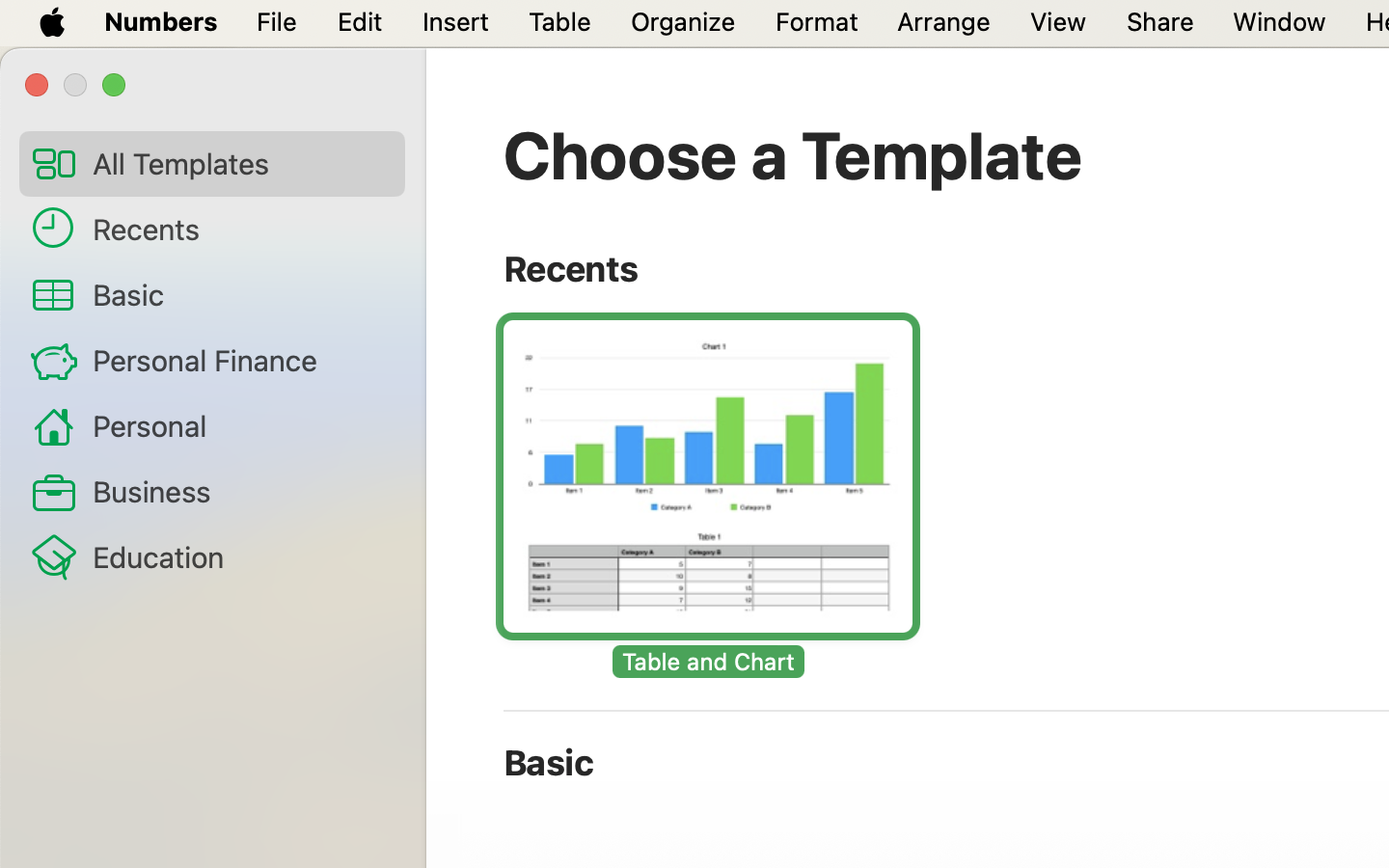  What do you see at coordinates (239, 293) in the screenshot?
I see `'Basic'` at bounding box center [239, 293].